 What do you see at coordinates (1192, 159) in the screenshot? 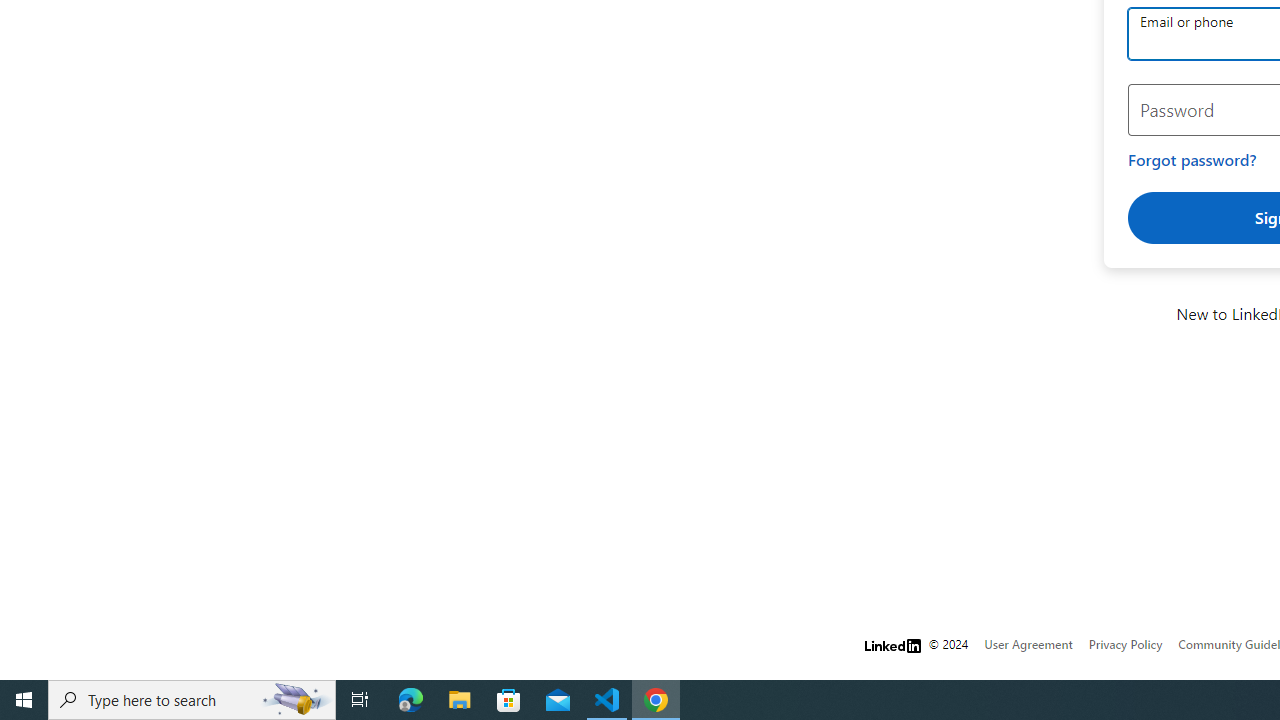
I see `'Forgot password?'` at bounding box center [1192, 159].